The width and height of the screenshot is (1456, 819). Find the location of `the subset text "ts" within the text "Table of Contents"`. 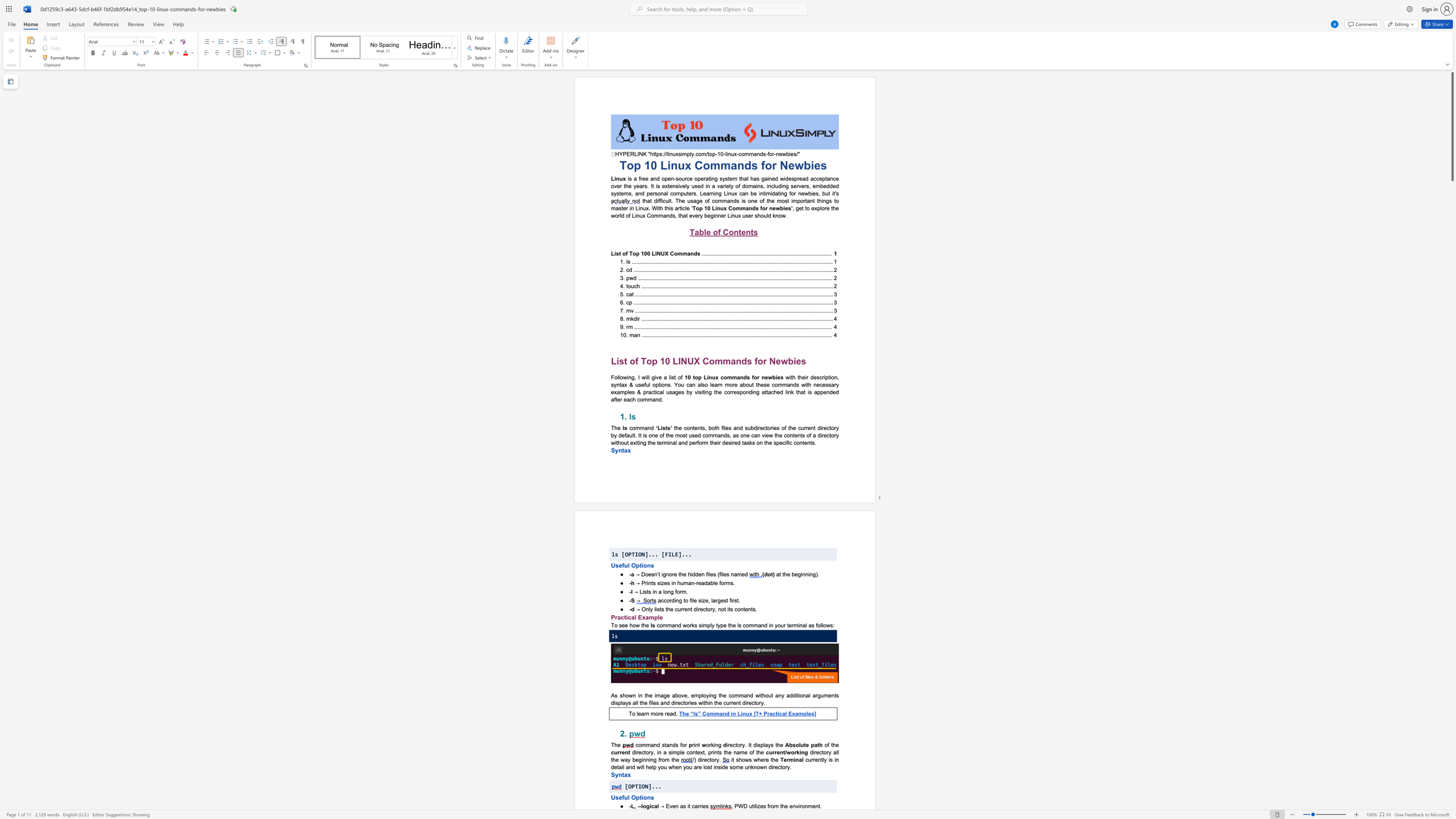

the subset text "ts" within the text "Table of Contents" is located at coordinates (751, 232).